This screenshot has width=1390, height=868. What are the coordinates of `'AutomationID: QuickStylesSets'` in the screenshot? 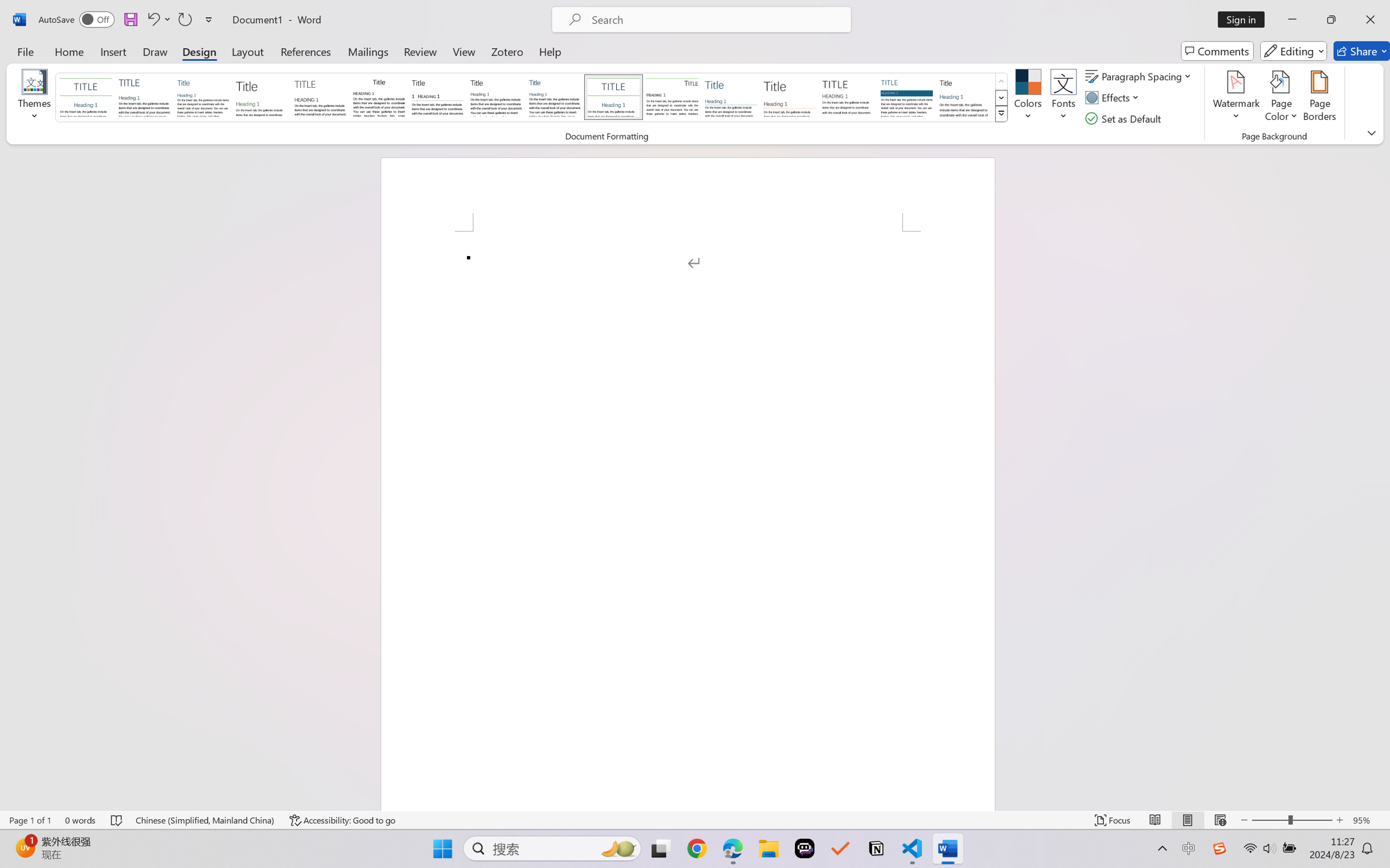 It's located at (531, 98).